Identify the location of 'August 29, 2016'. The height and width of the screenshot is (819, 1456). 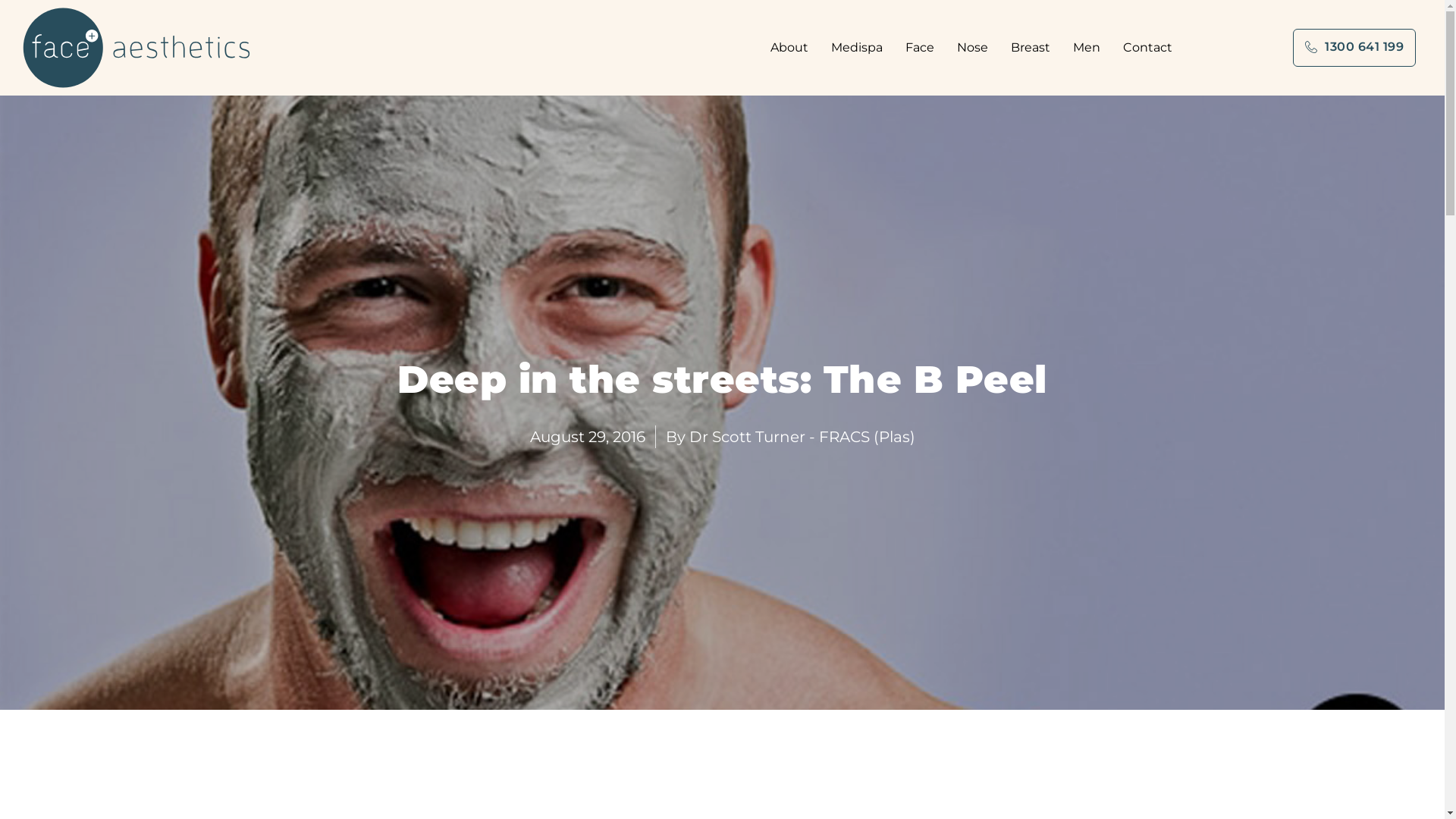
(585, 436).